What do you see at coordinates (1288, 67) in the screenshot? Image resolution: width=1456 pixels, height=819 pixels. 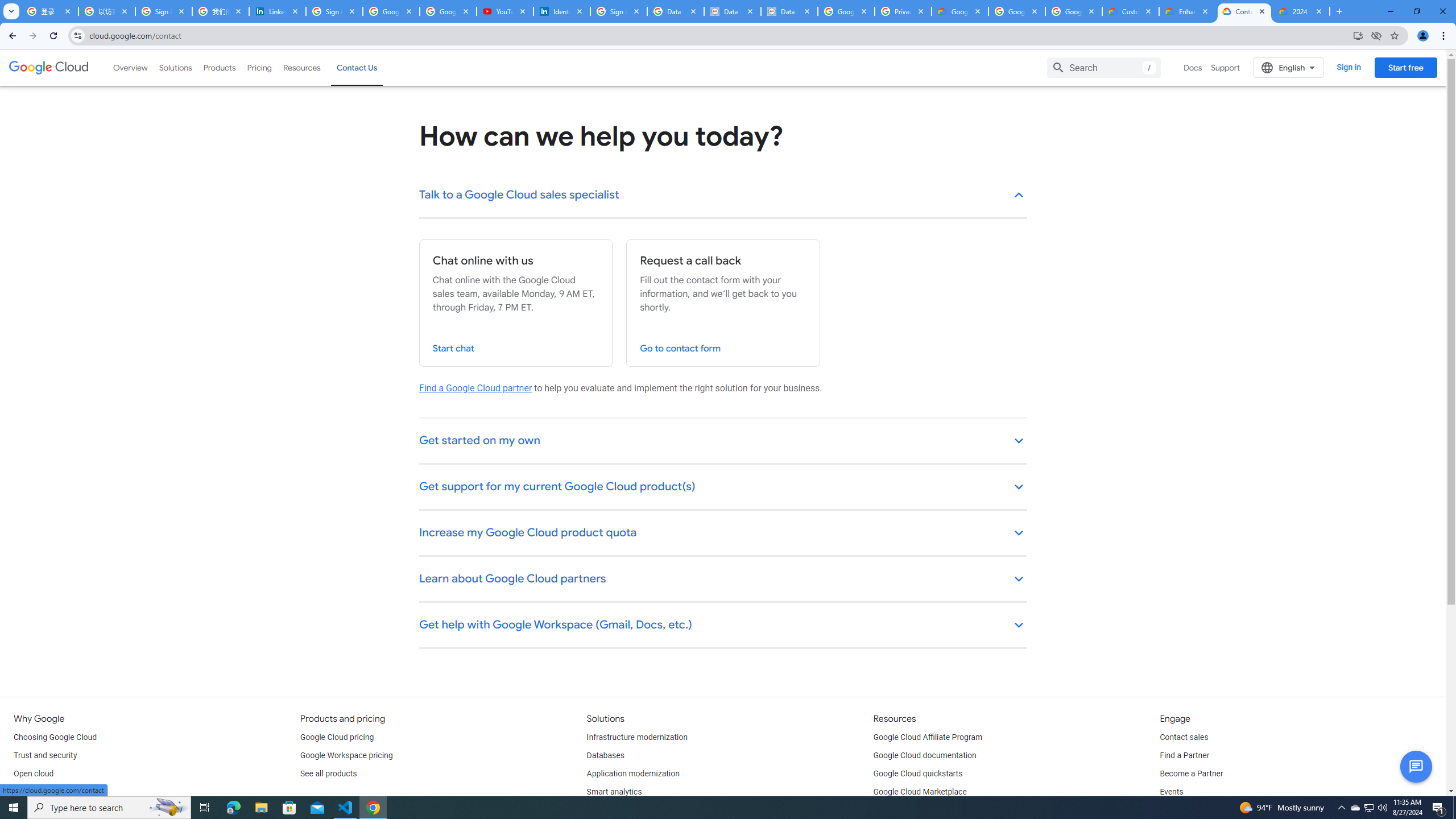 I see `'English'` at bounding box center [1288, 67].